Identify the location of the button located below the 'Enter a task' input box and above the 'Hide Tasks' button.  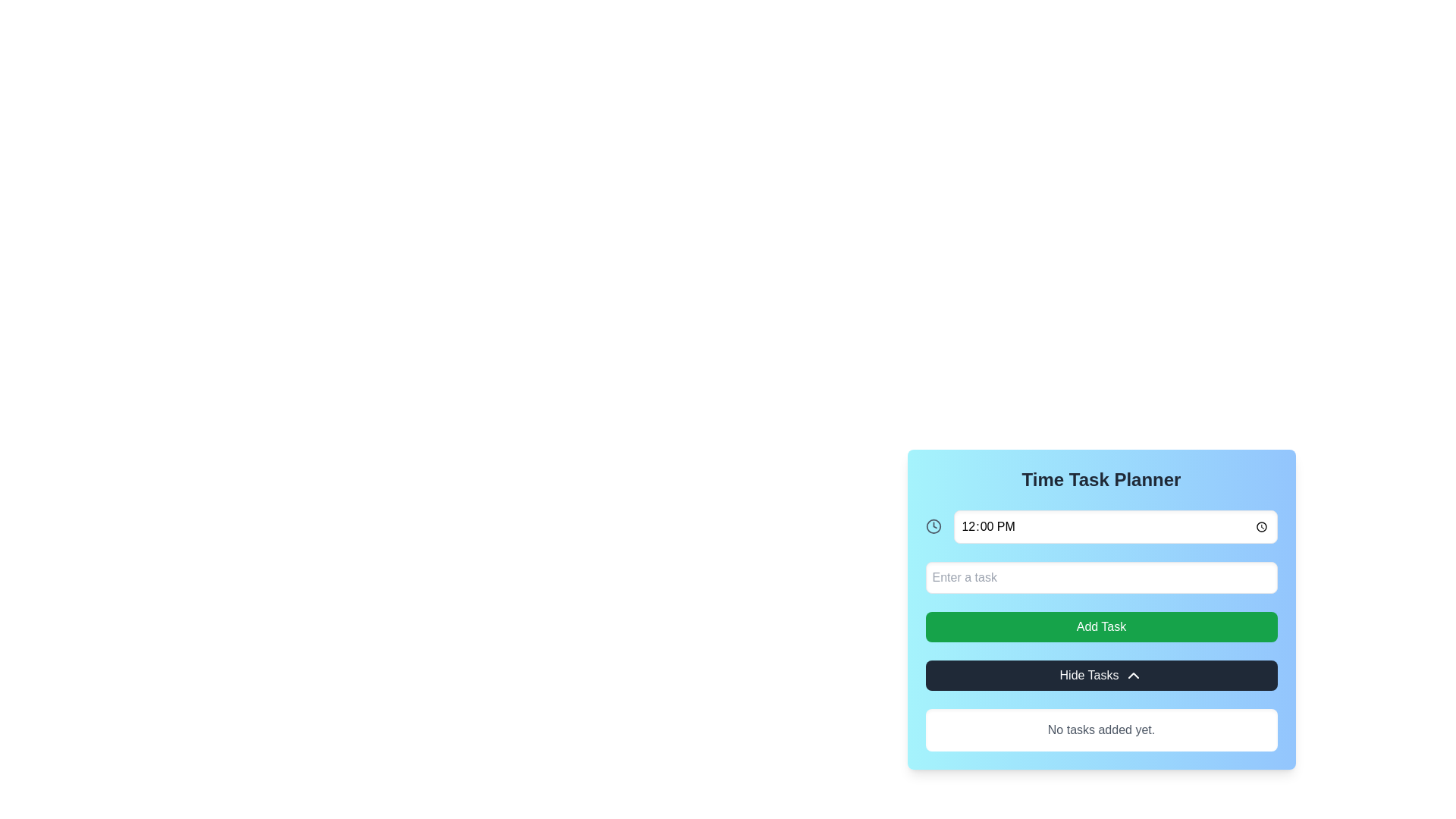
(1101, 626).